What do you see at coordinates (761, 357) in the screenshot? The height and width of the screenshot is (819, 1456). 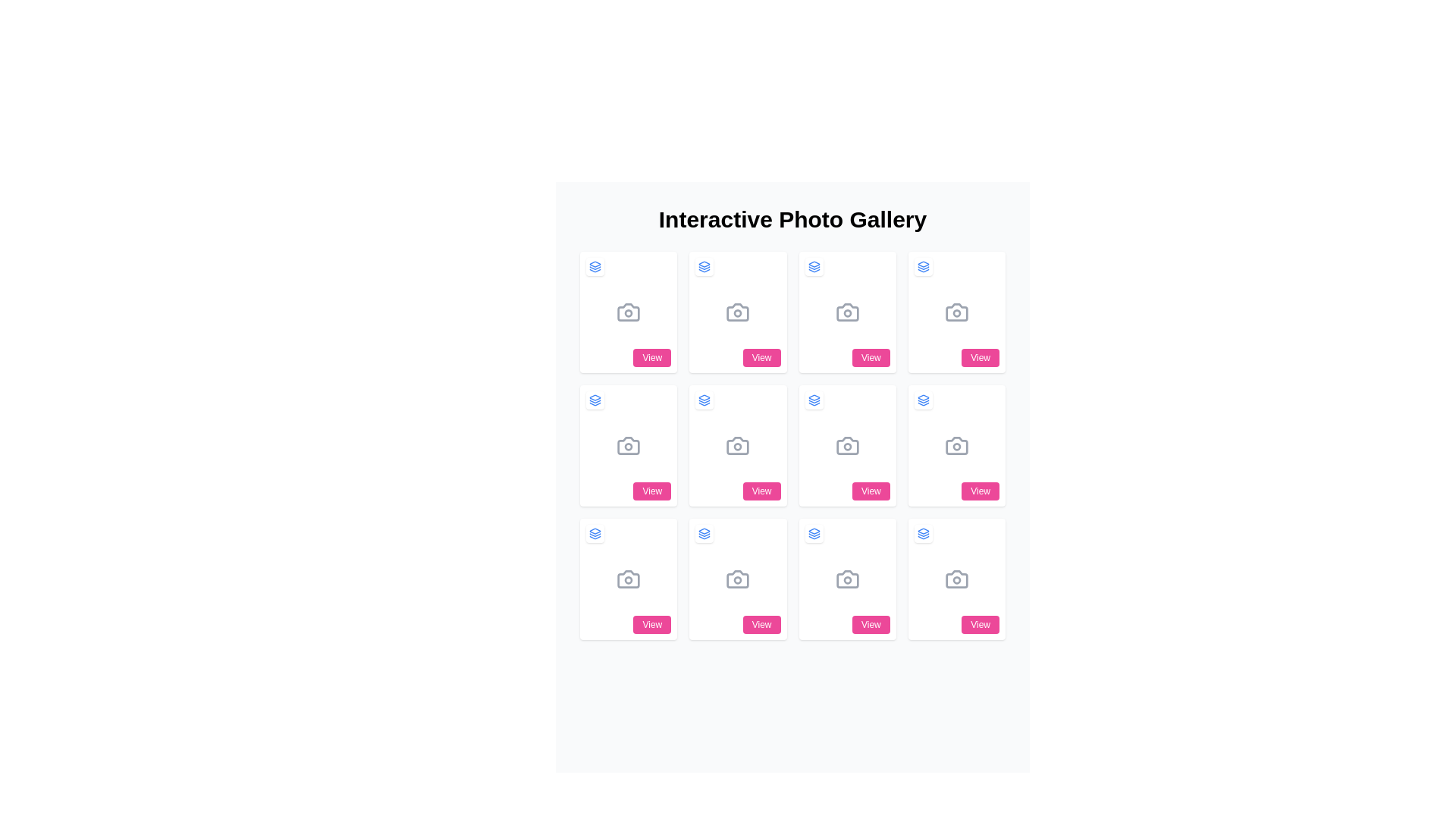 I see `the bright pink 'View' button located at the bottom-right corner of the third card in the first row of the grid layout to initiate the associated action` at bounding box center [761, 357].